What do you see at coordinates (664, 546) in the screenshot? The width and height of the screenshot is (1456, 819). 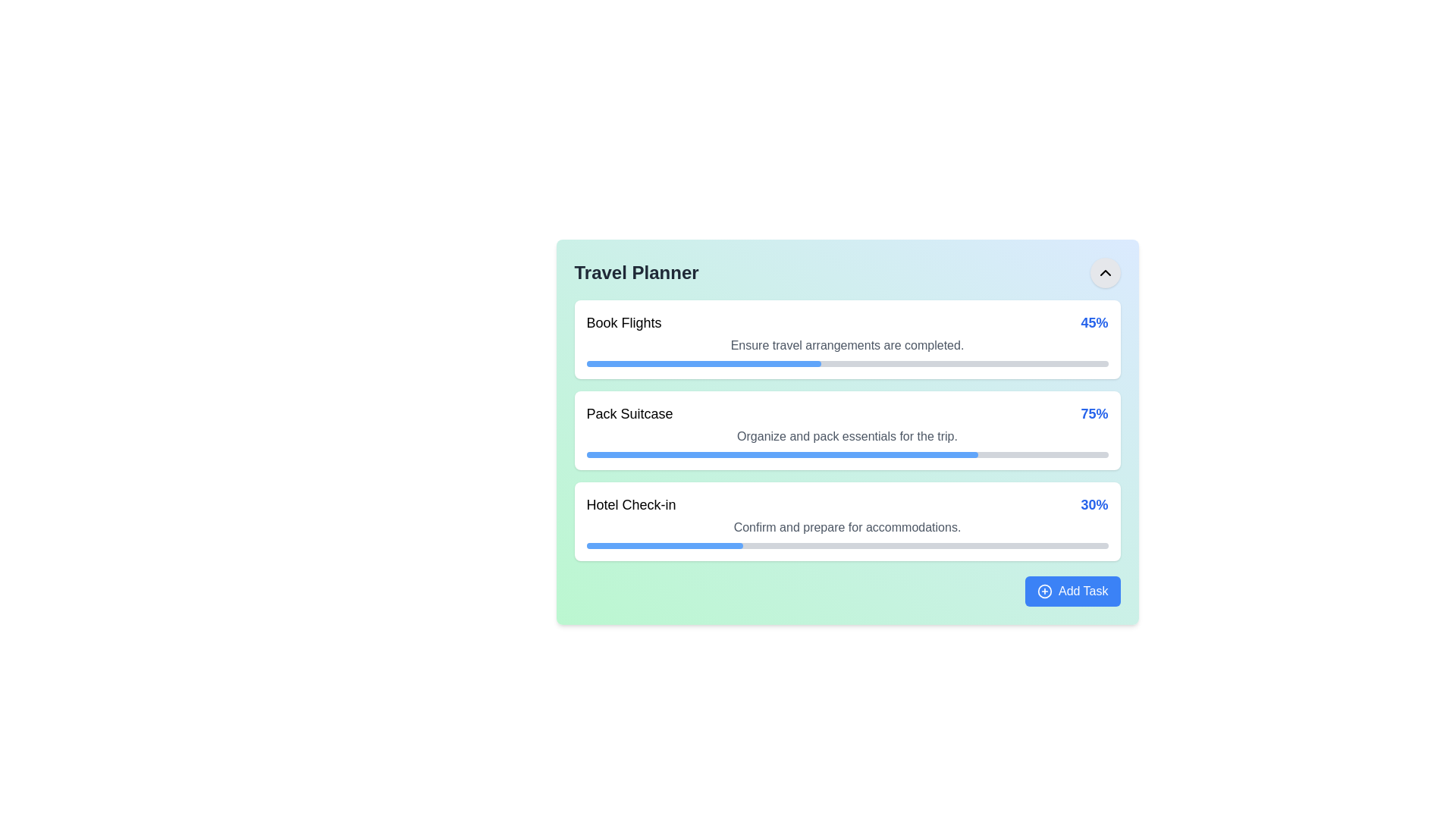 I see `the blue progress bar segment representing the partial fill for the 'Hotel Check-in' task in the 'Travel Planner' section` at bounding box center [664, 546].